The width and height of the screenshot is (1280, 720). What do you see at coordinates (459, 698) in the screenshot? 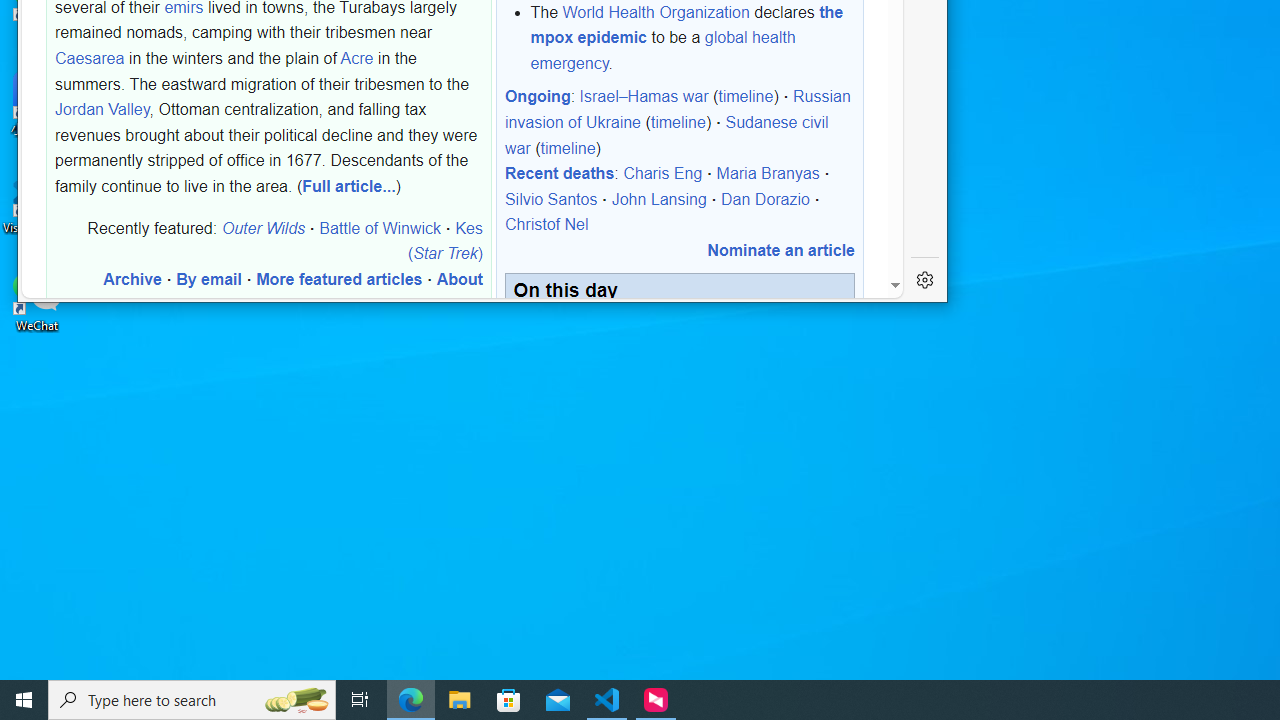
I see `'File Explorer'` at bounding box center [459, 698].